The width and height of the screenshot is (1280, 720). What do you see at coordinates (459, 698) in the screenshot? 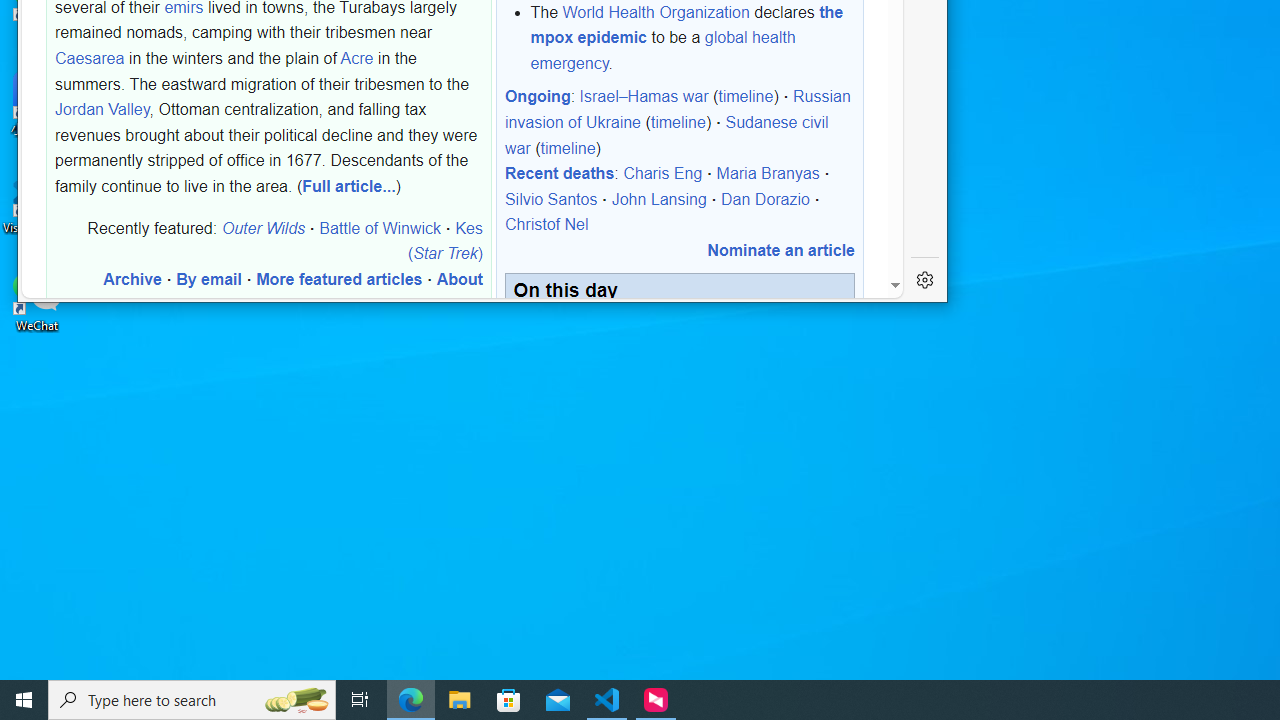
I see `'File Explorer'` at bounding box center [459, 698].